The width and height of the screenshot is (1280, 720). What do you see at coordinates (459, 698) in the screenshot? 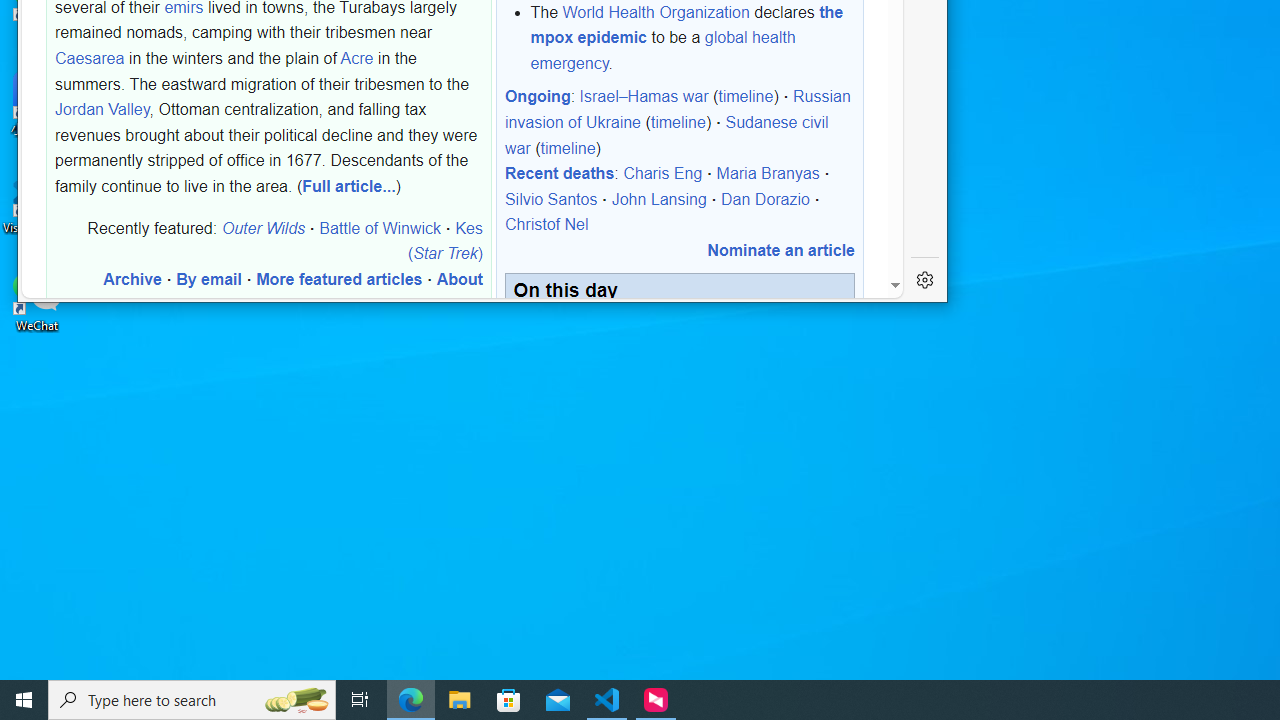
I see `'File Explorer'` at bounding box center [459, 698].